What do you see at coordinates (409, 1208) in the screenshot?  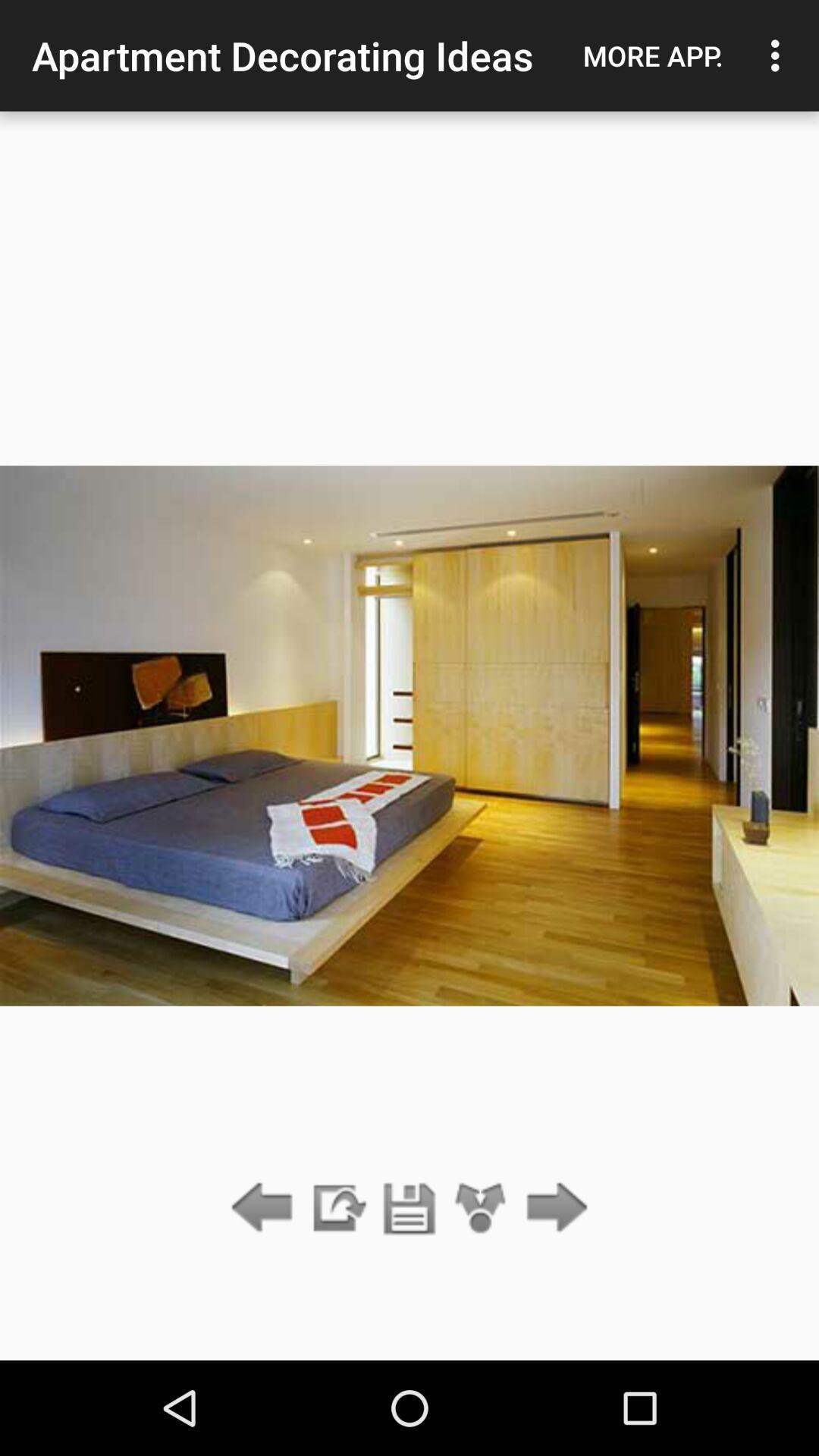 I see `the save icon` at bounding box center [409, 1208].